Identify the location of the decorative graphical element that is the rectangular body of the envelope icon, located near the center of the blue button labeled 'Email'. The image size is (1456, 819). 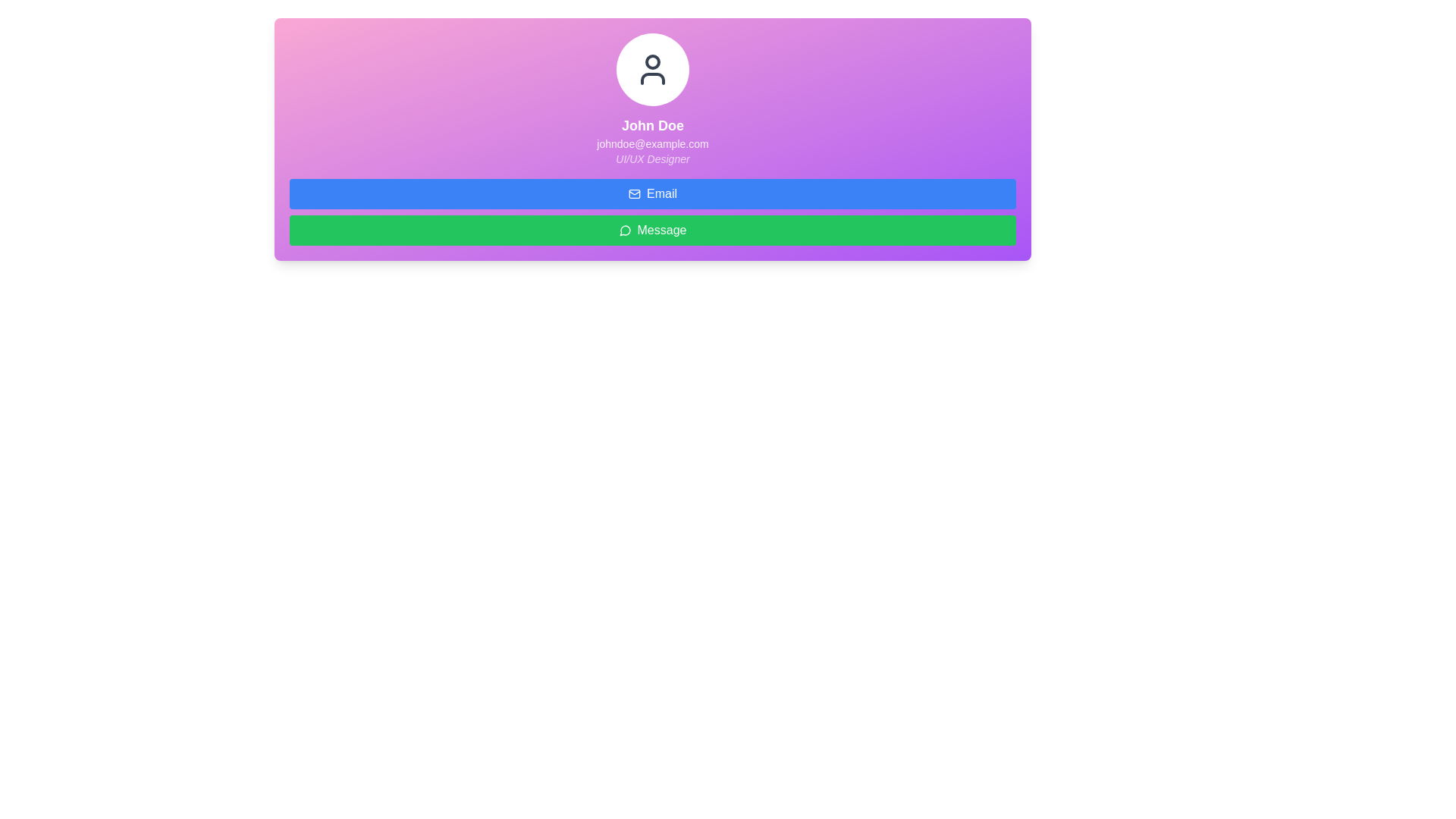
(634, 193).